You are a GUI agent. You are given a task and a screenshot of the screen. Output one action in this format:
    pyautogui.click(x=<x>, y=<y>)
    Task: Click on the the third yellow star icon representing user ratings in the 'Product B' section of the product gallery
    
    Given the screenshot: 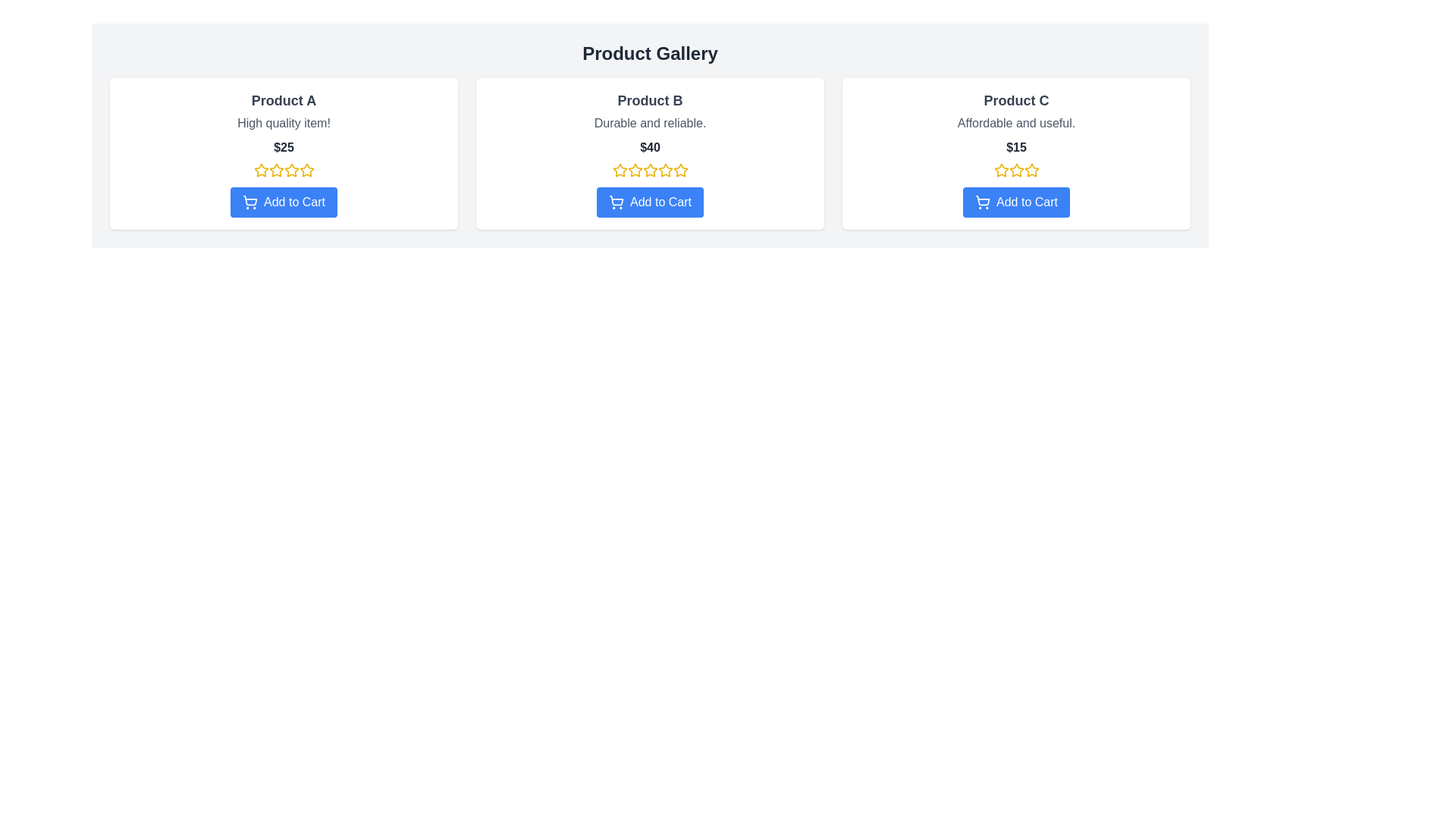 What is the action you would take?
    pyautogui.click(x=665, y=170)
    